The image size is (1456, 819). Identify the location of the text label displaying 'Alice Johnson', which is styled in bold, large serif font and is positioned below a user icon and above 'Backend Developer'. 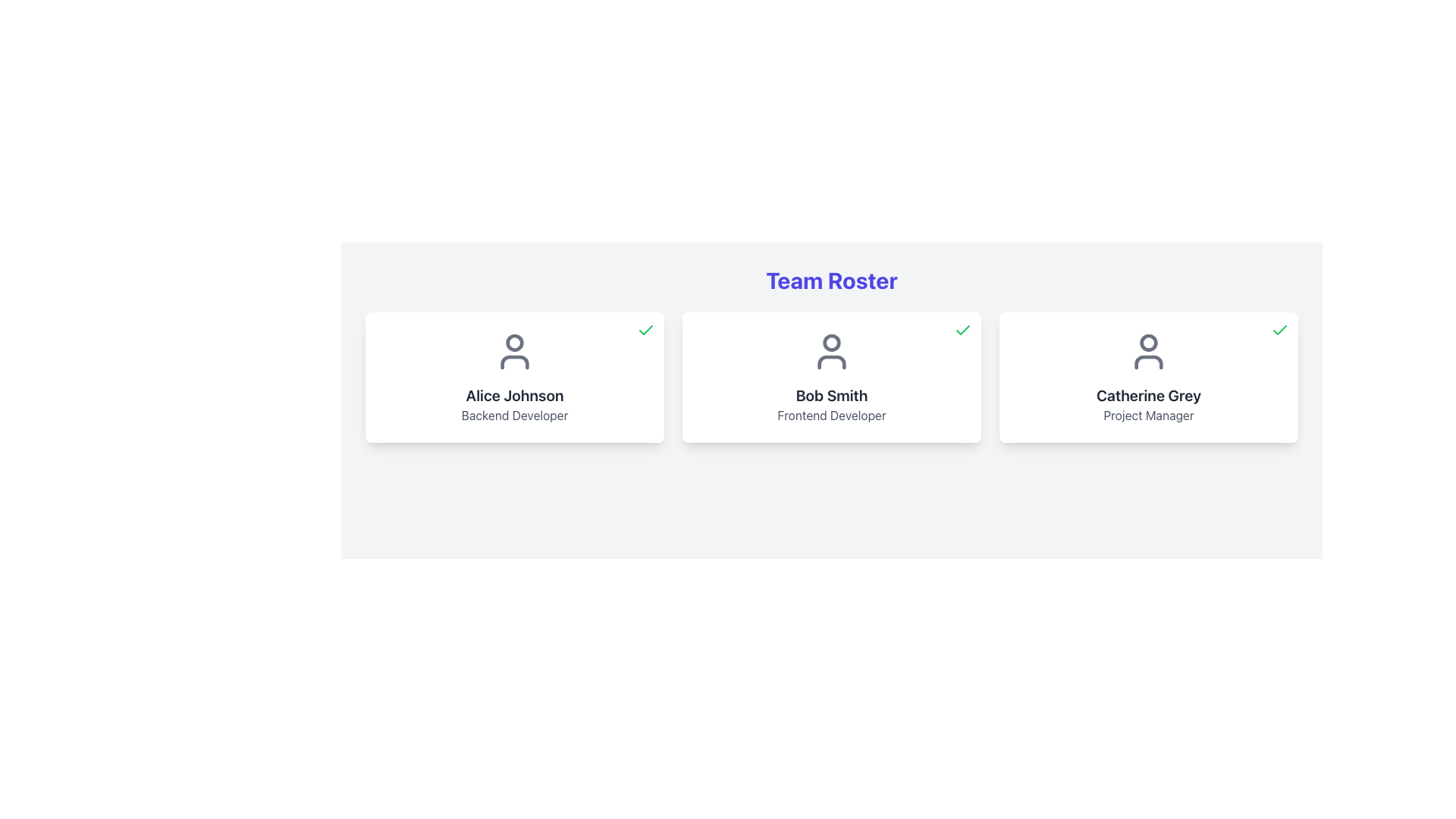
(514, 394).